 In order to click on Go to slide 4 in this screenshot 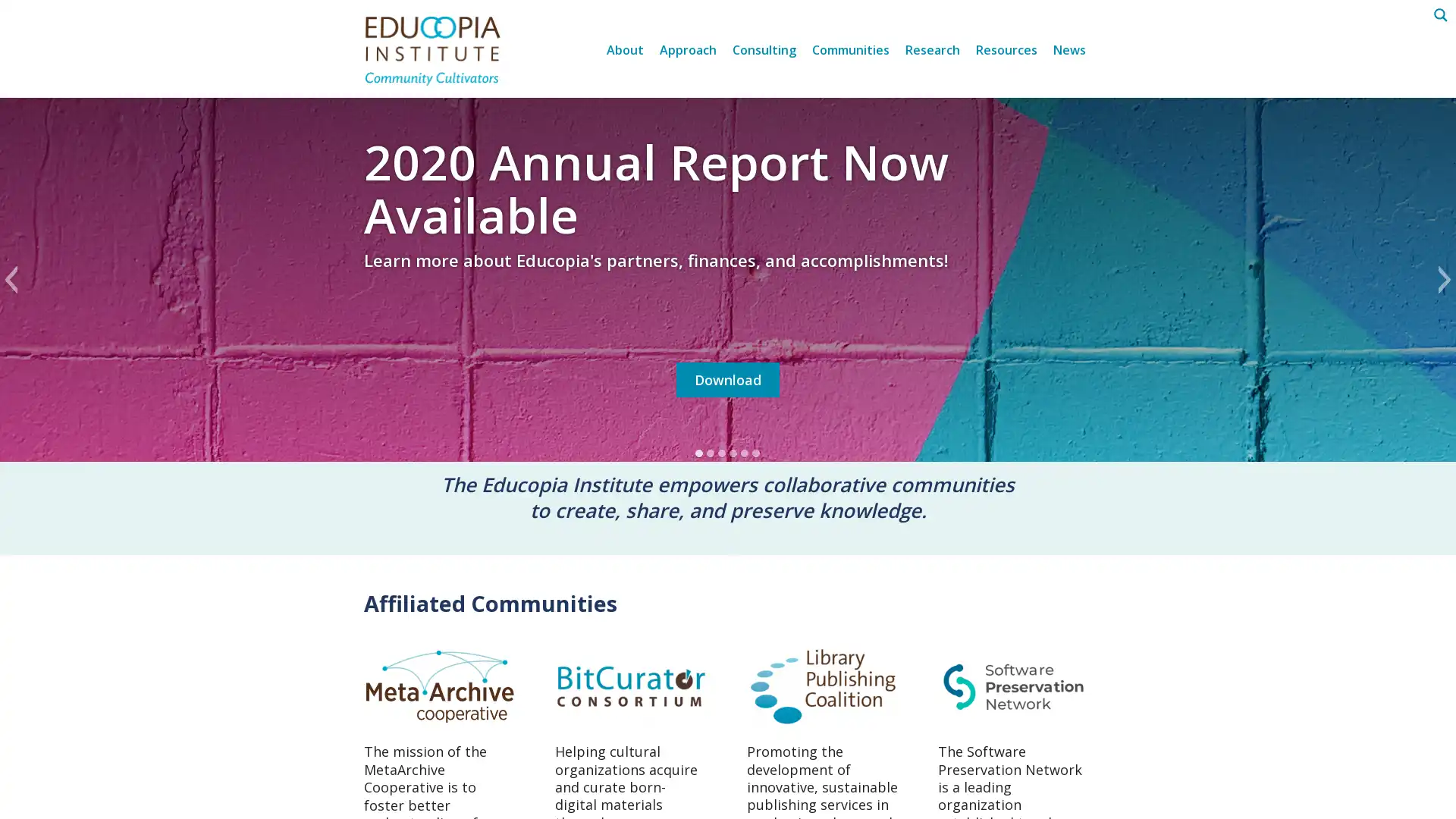, I will do `click(733, 453)`.